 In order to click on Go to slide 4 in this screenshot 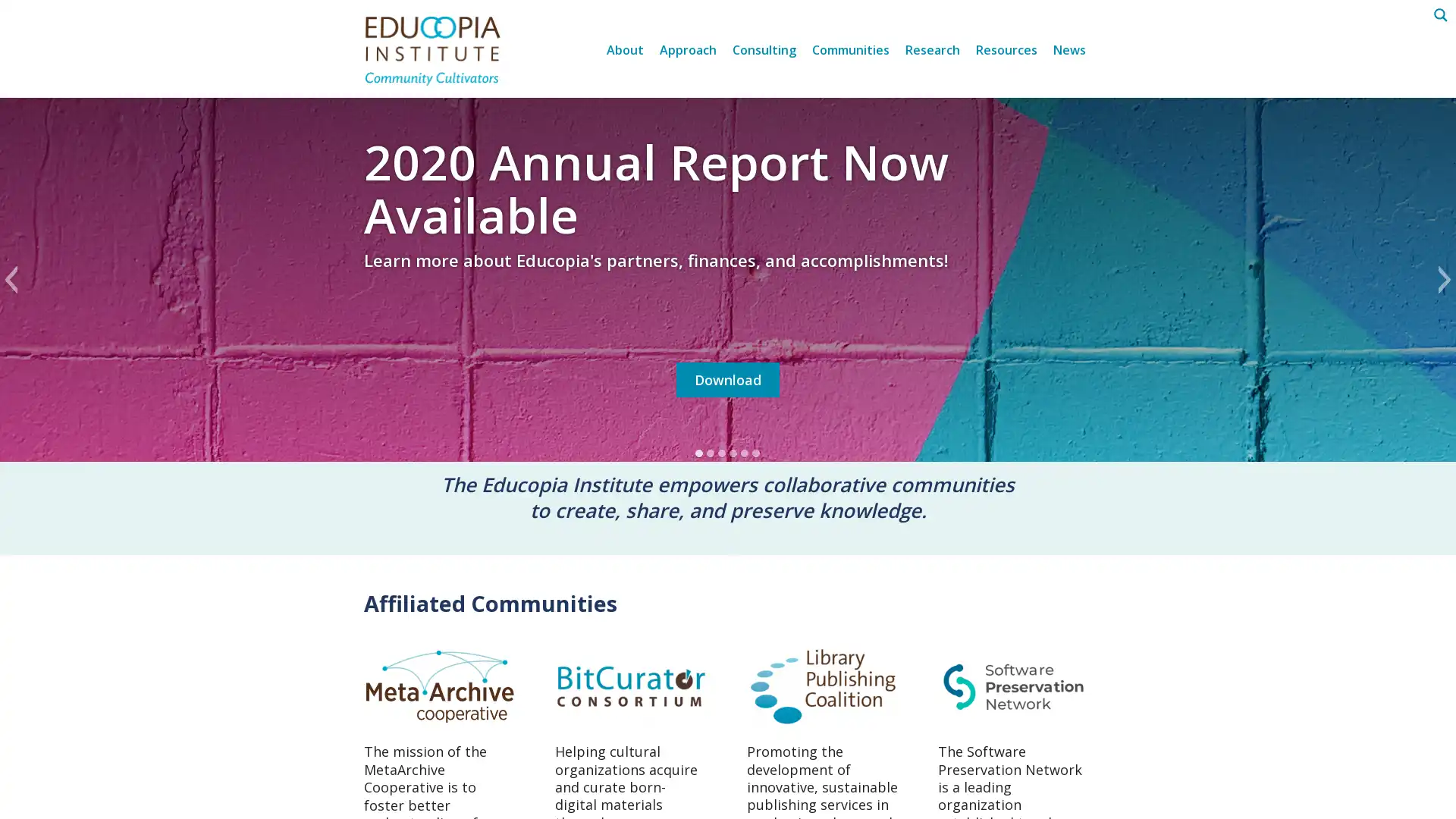, I will do `click(733, 453)`.